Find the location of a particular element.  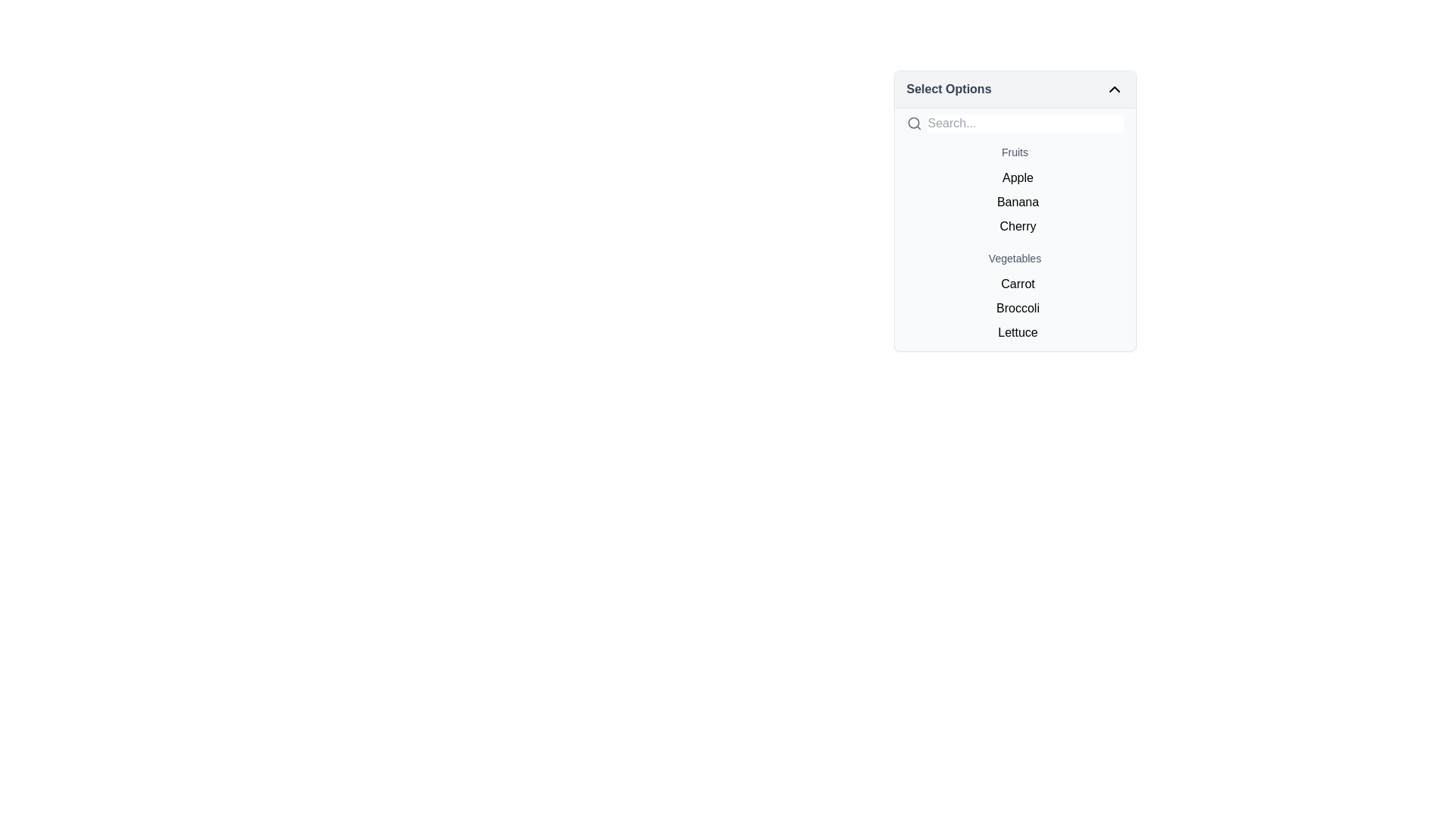

the 'Cherry' selection option in the Fruits section of the dropdown menu is located at coordinates (1018, 227).